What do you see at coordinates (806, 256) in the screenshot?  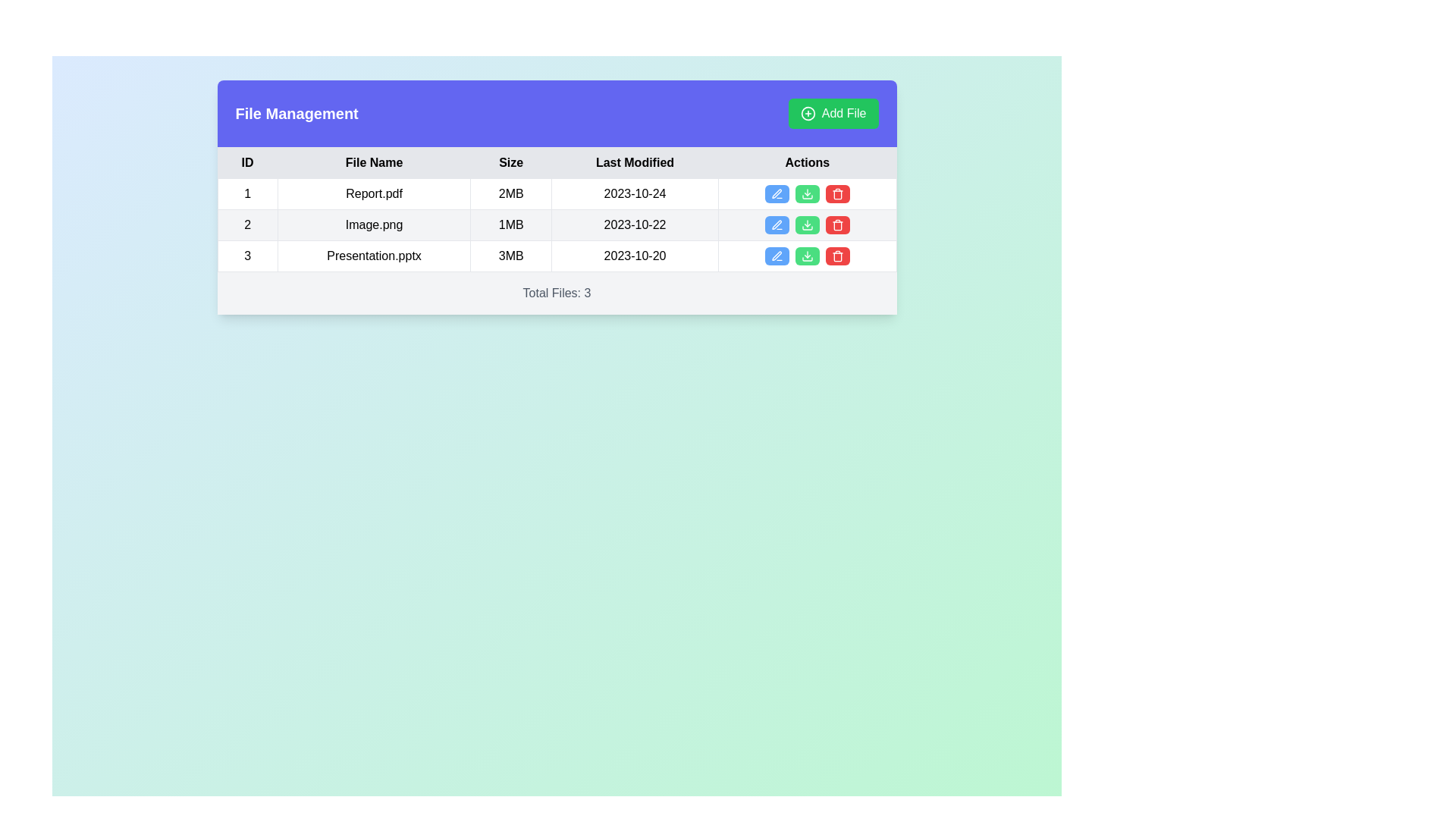 I see `the green button with white text and a download icon, which is the second button from the right in the actions column of the last row in the table, to initiate a download` at bounding box center [806, 256].